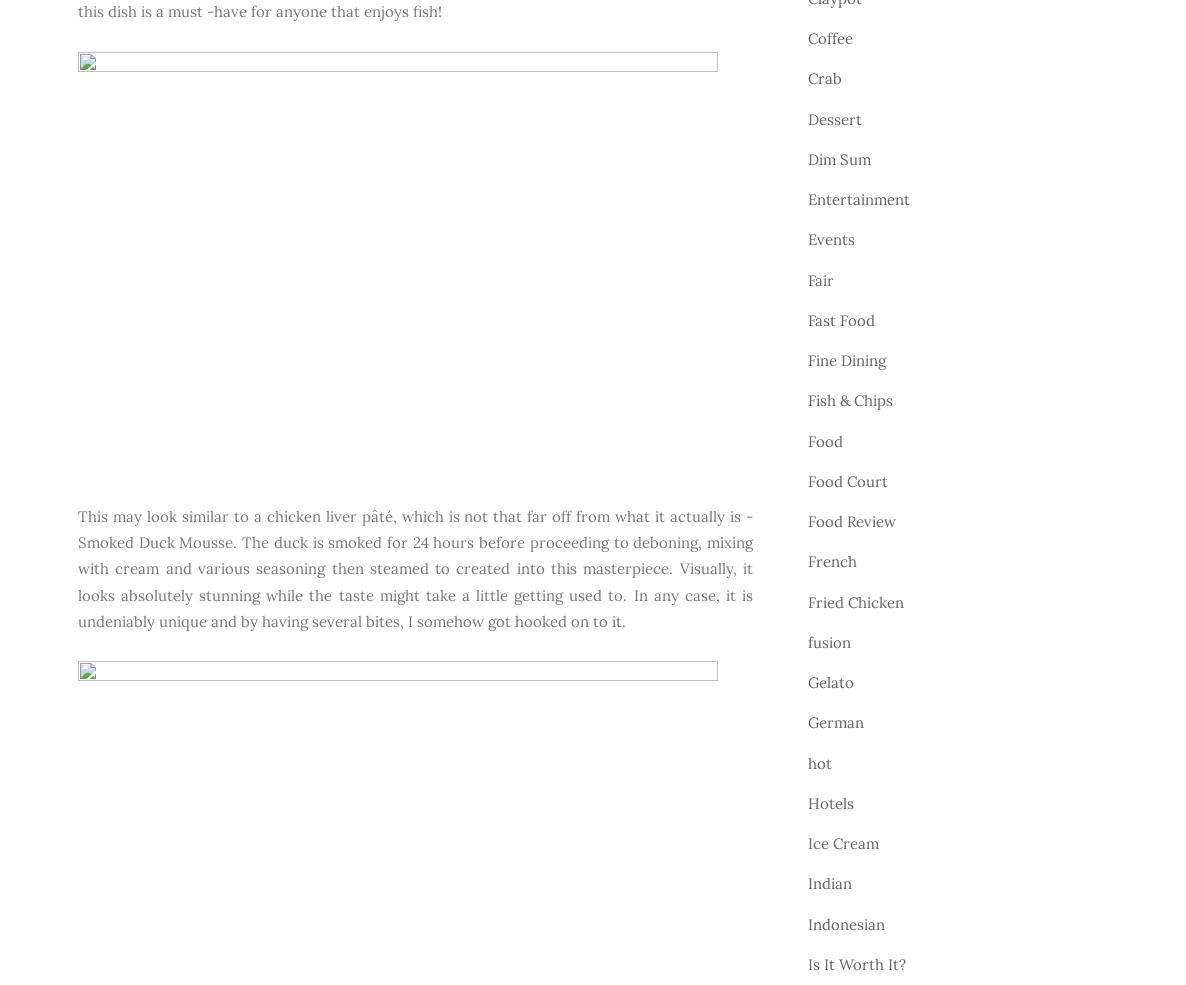 The height and width of the screenshot is (985, 1186). I want to click on 'Indian', so click(829, 882).